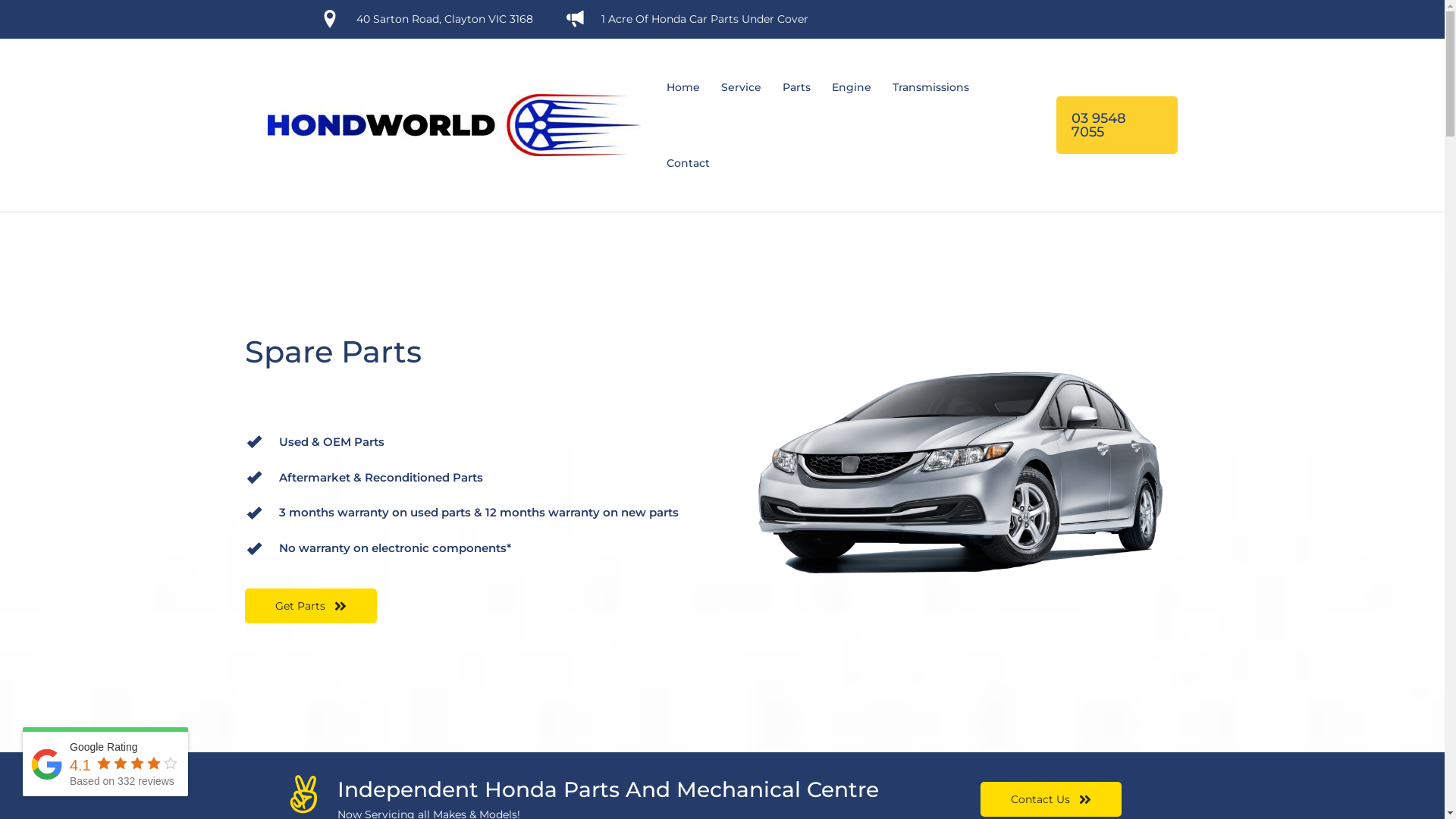 Image resolution: width=1456 pixels, height=819 pixels. I want to click on 'car-10', so click(965, 473).